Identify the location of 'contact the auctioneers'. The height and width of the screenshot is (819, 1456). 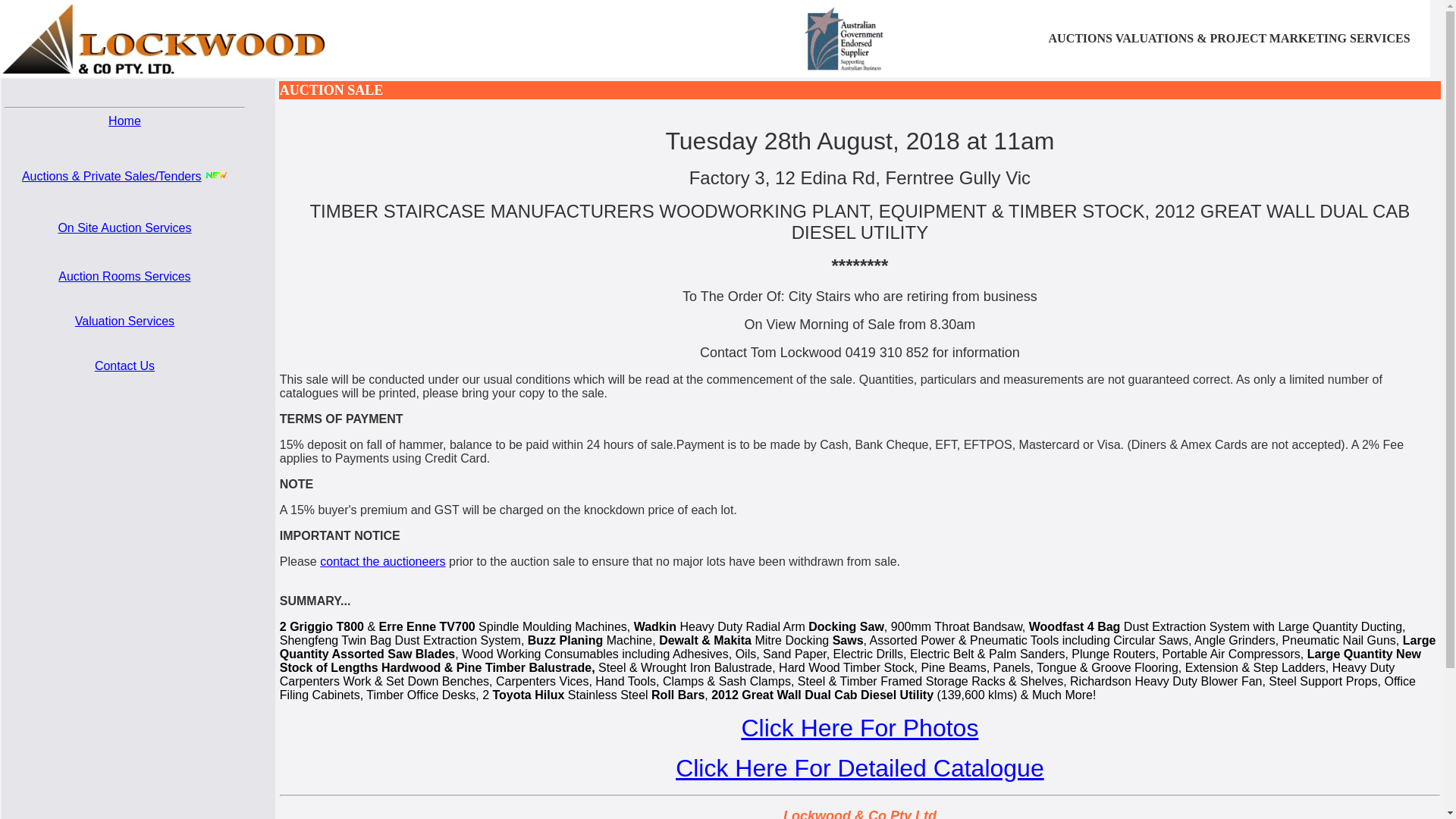
(382, 561).